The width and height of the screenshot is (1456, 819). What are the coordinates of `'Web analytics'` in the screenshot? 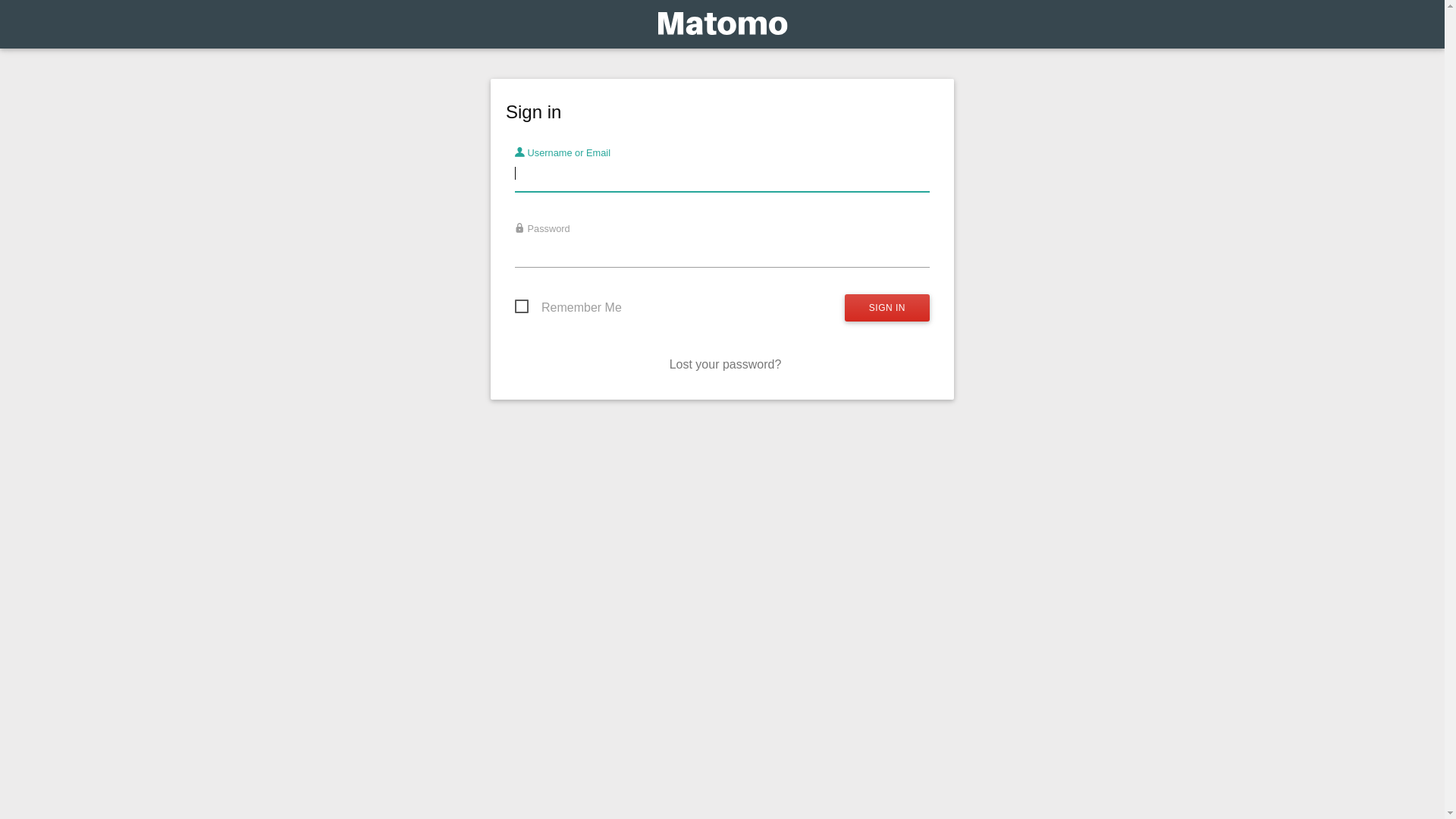 It's located at (721, 27).